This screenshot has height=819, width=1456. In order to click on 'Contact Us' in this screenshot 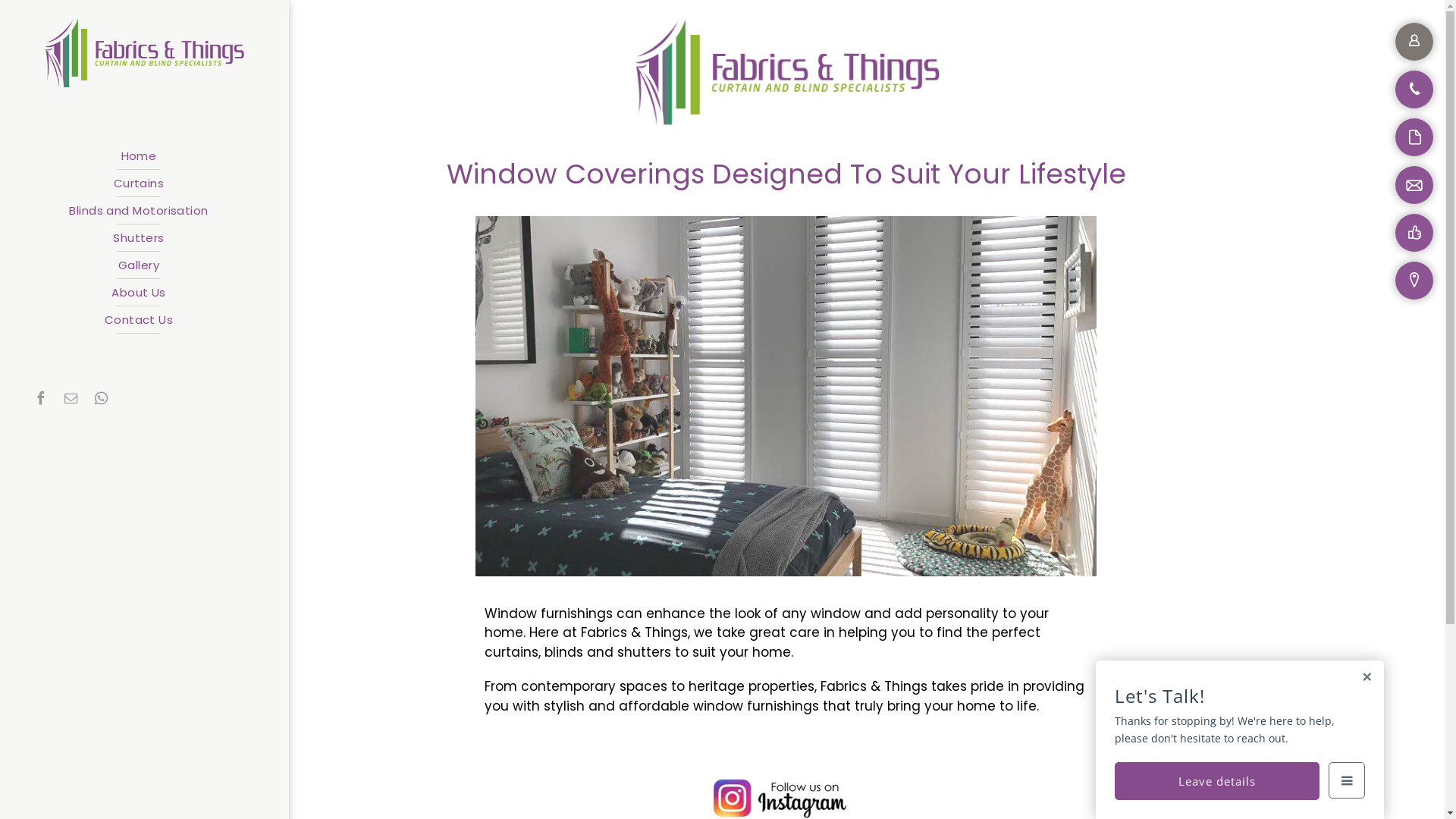, I will do `click(30, 318)`.